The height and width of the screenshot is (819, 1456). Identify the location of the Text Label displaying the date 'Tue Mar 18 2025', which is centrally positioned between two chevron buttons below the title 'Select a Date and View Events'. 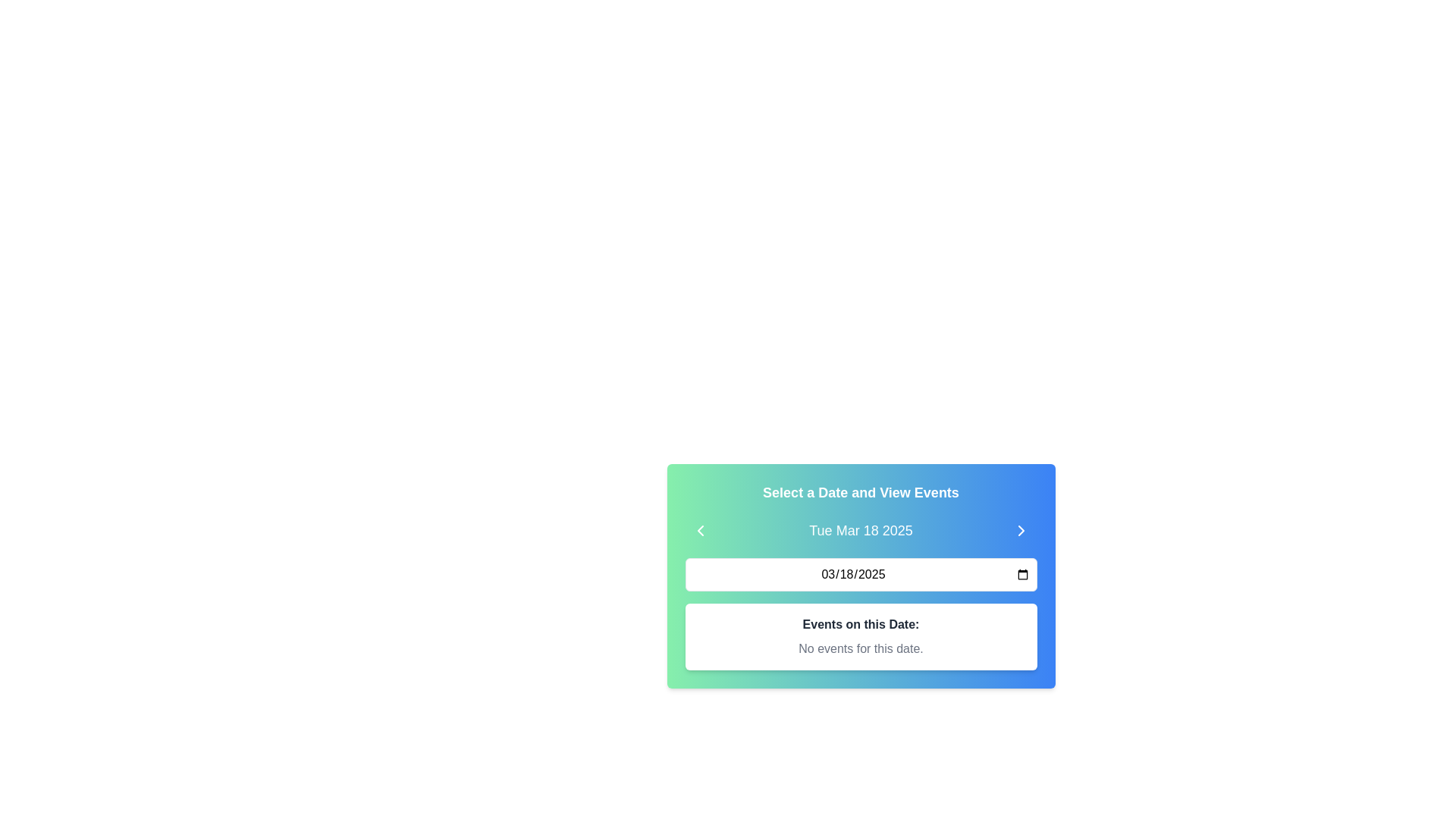
(861, 529).